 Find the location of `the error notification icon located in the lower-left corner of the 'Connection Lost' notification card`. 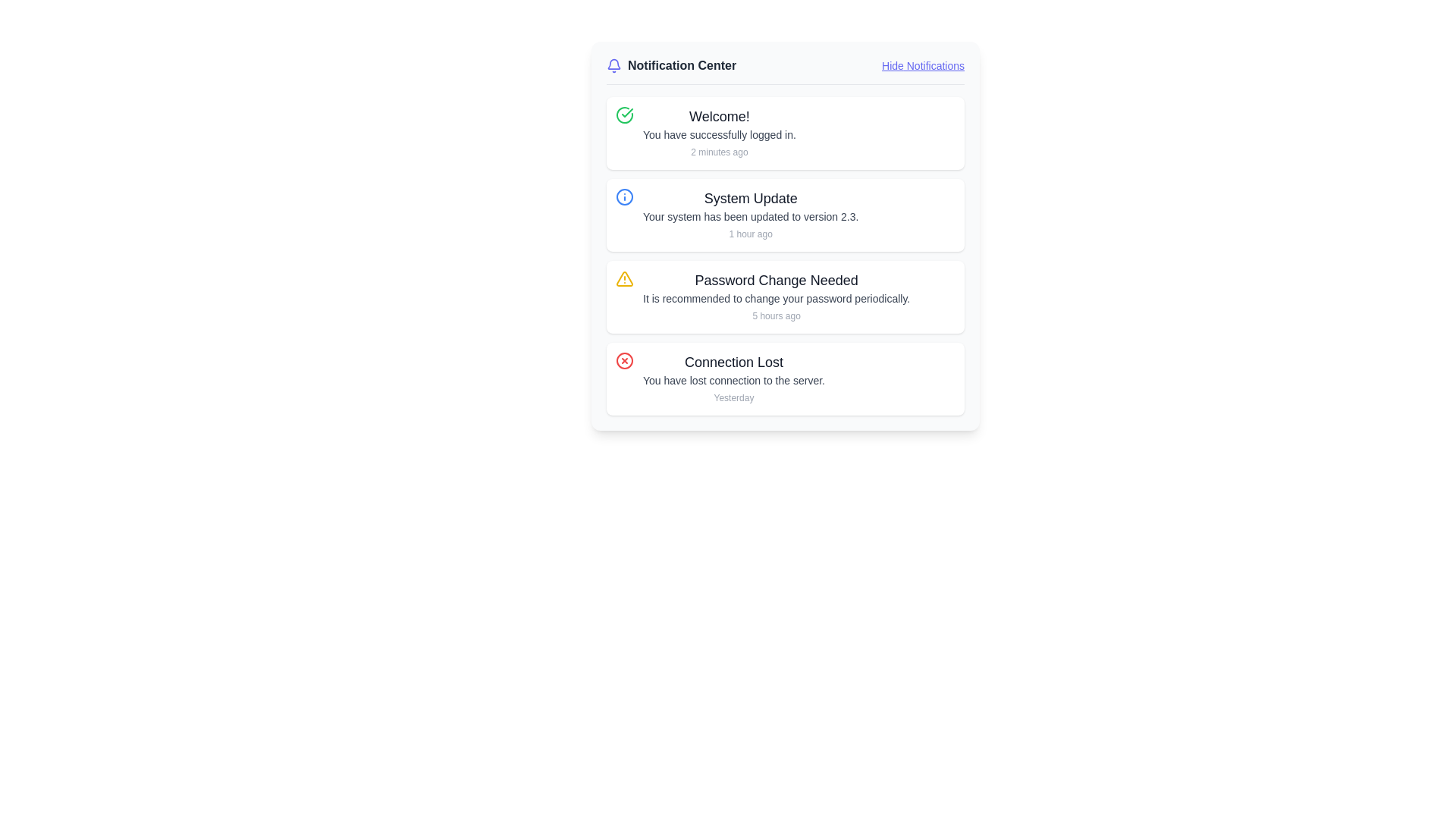

the error notification icon located in the lower-left corner of the 'Connection Lost' notification card is located at coordinates (625, 360).